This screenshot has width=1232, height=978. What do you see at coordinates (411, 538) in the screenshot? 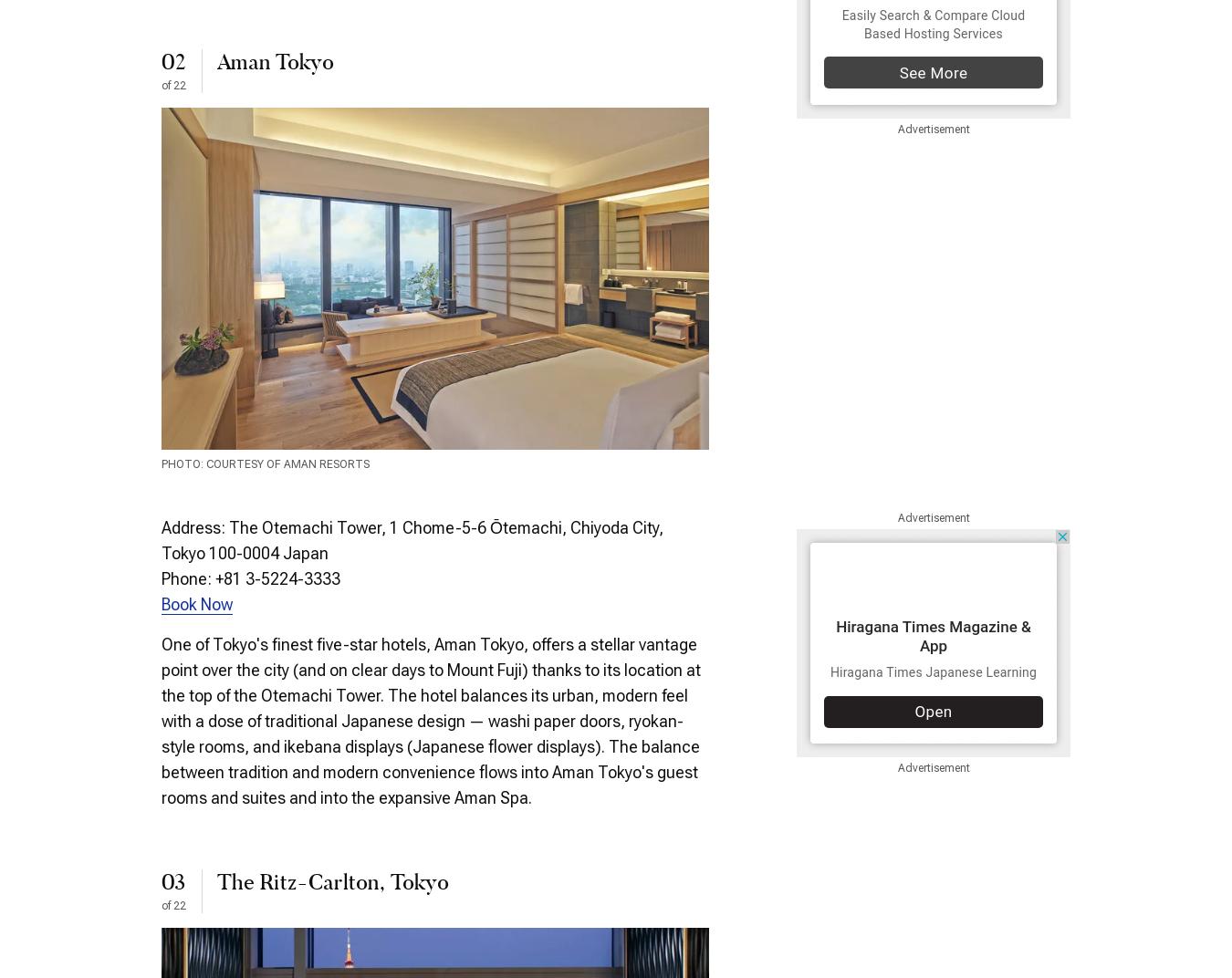
I see `'Address: The Otemachi Tower, 1 Chome-5-6 Ōtemachi, Chiyoda City, Tokyo 100-0004 Japan'` at bounding box center [411, 538].